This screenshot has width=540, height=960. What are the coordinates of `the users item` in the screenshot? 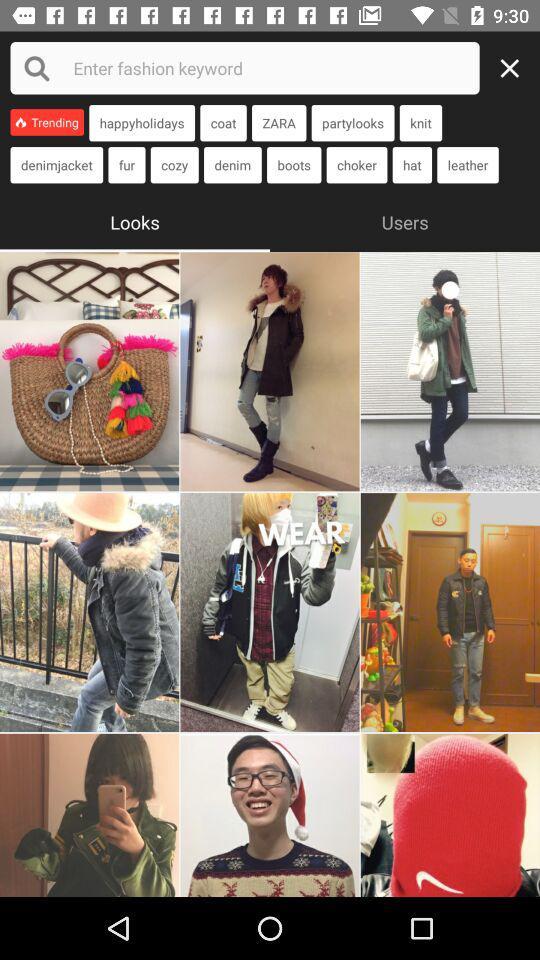 It's located at (405, 220).